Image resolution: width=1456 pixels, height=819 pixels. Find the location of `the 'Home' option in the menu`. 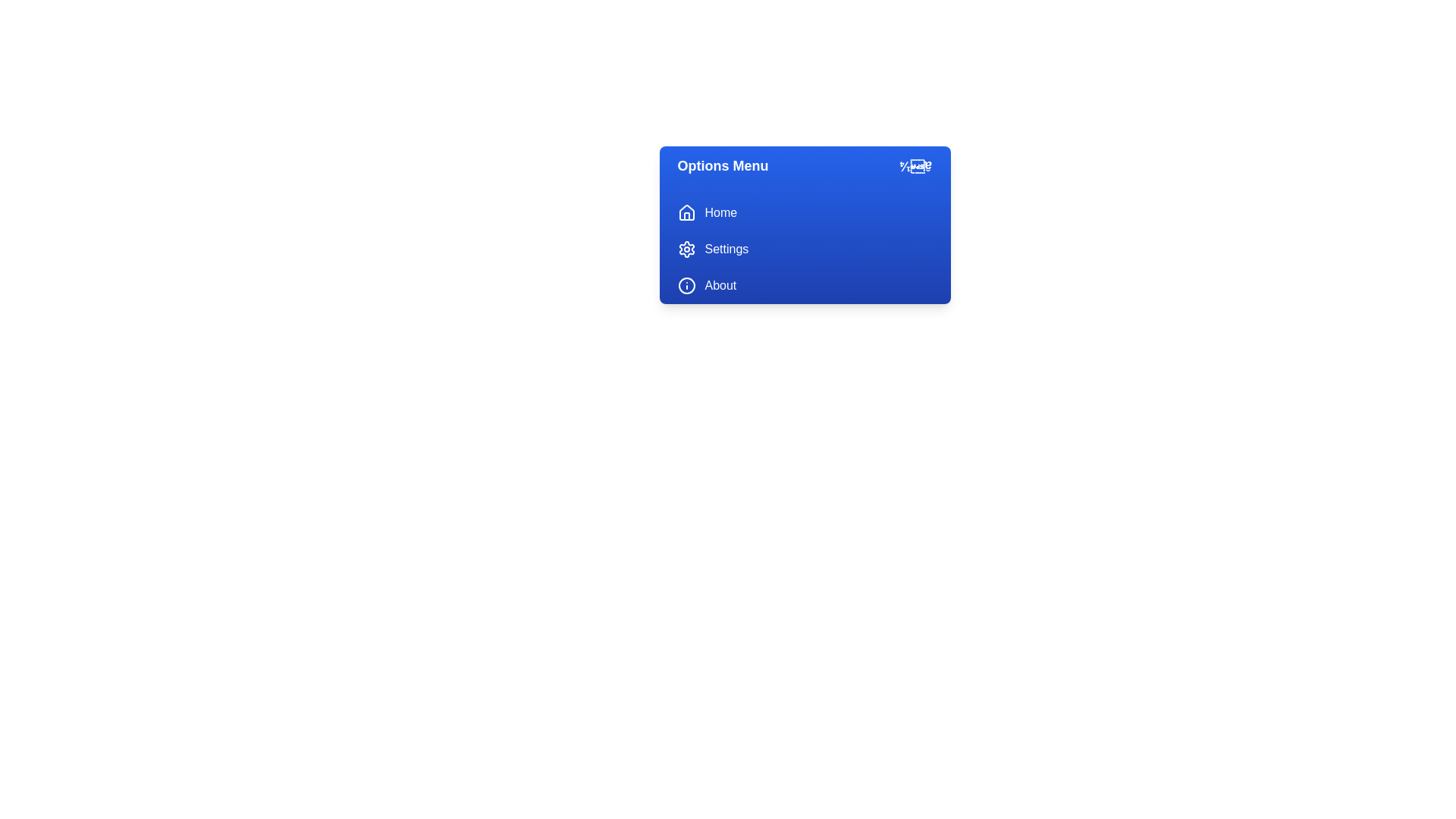

the 'Home' option in the menu is located at coordinates (804, 213).